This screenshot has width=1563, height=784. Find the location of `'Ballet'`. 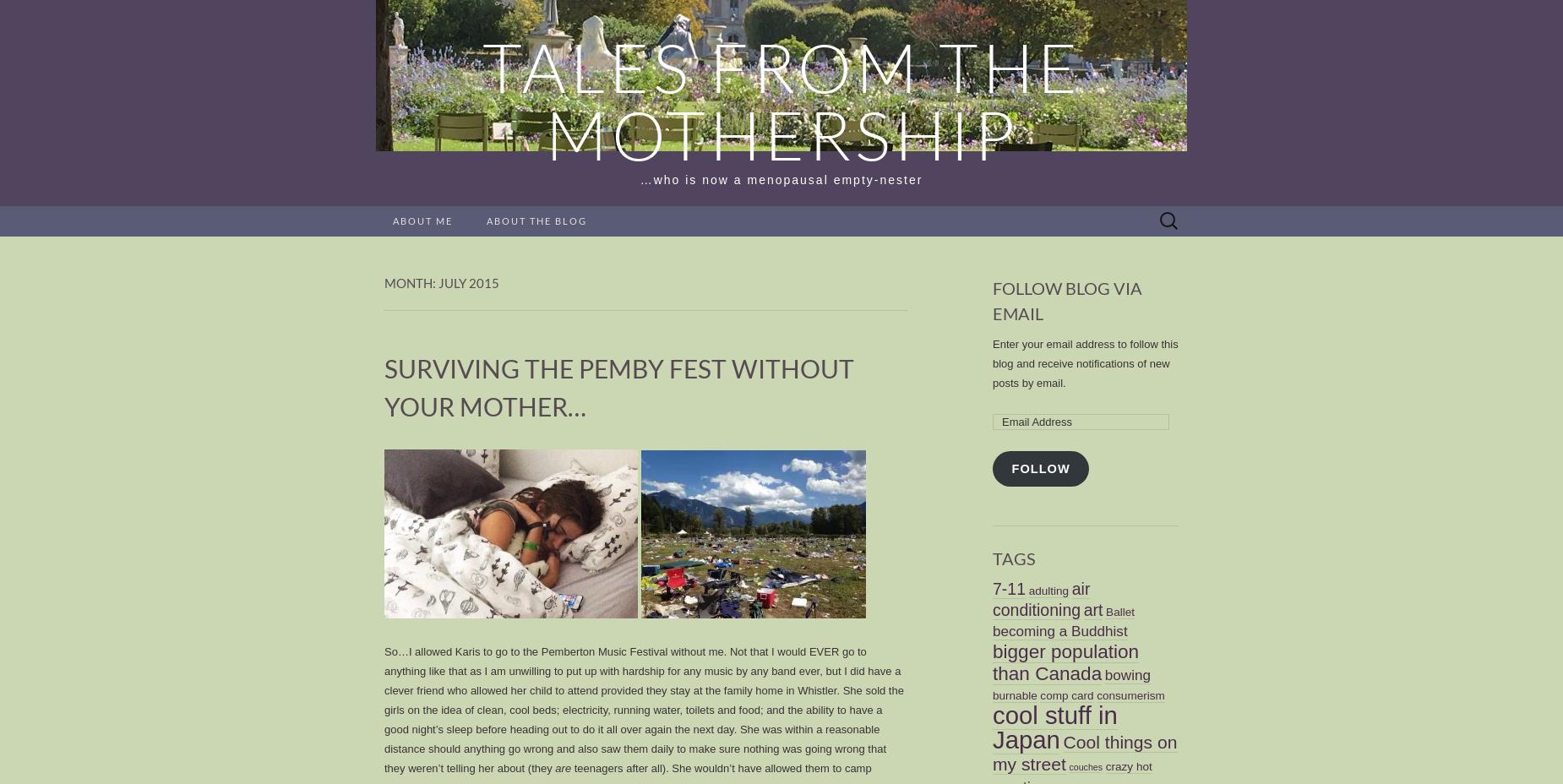

'Ballet' is located at coordinates (1119, 610).